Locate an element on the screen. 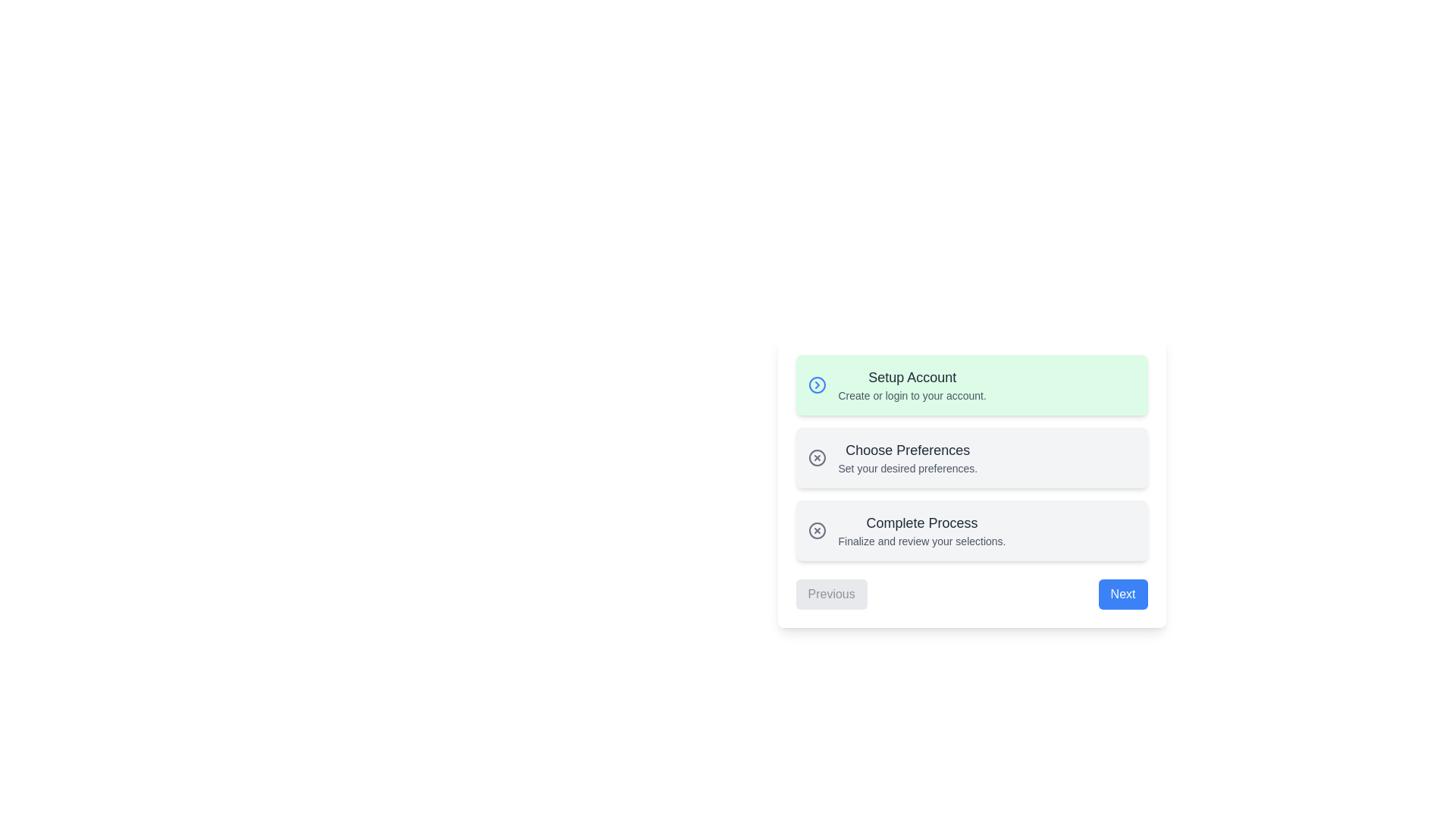 This screenshot has width=1456, height=819. the instructional text label located below 'Choose Preferences' in the vertical sequence of steps is located at coordinates (908, 467).